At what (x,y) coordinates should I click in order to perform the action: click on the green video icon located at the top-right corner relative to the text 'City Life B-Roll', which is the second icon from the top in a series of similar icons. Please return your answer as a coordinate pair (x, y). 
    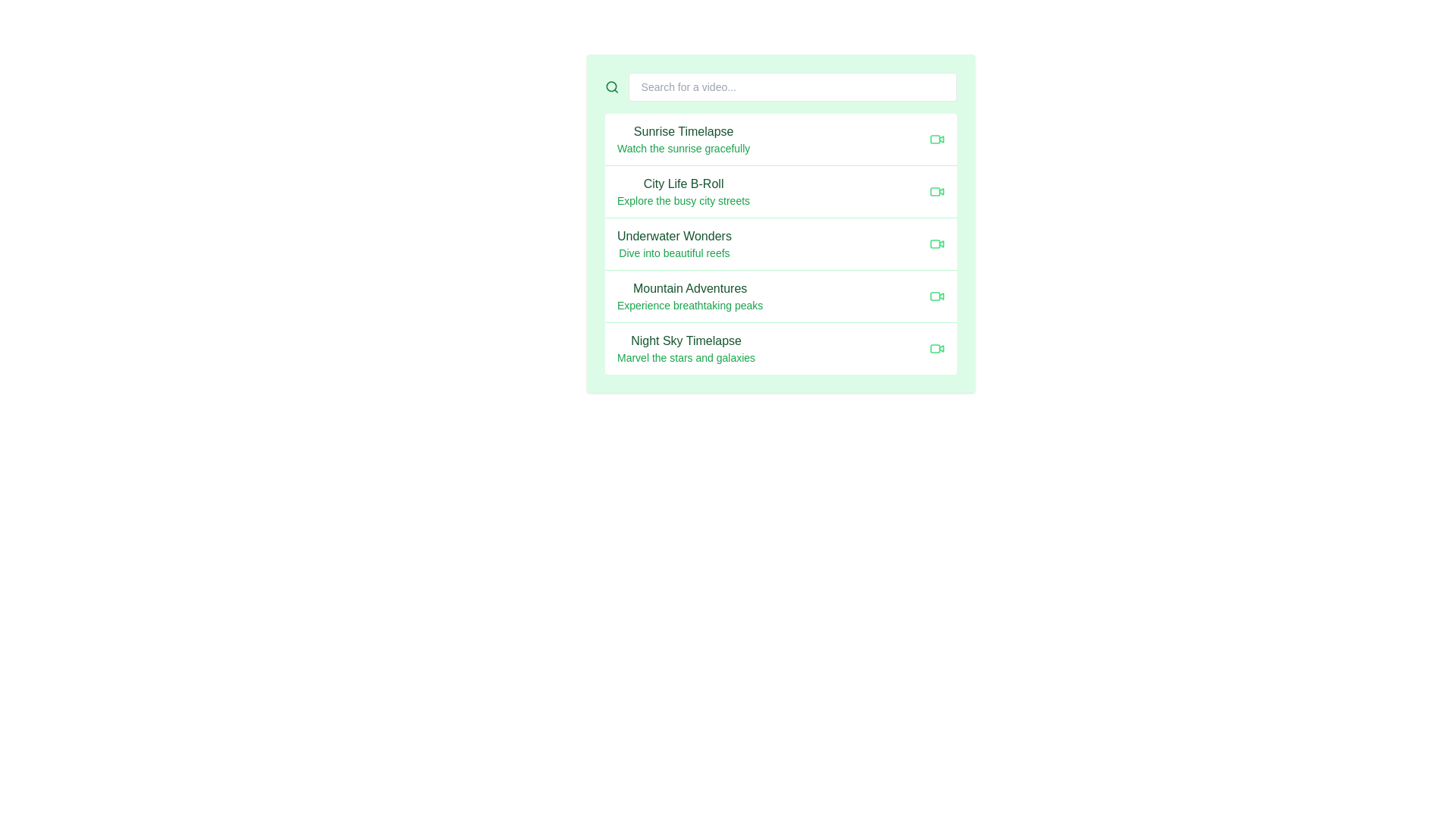
    Looking at the image, I should click on (937, 191).